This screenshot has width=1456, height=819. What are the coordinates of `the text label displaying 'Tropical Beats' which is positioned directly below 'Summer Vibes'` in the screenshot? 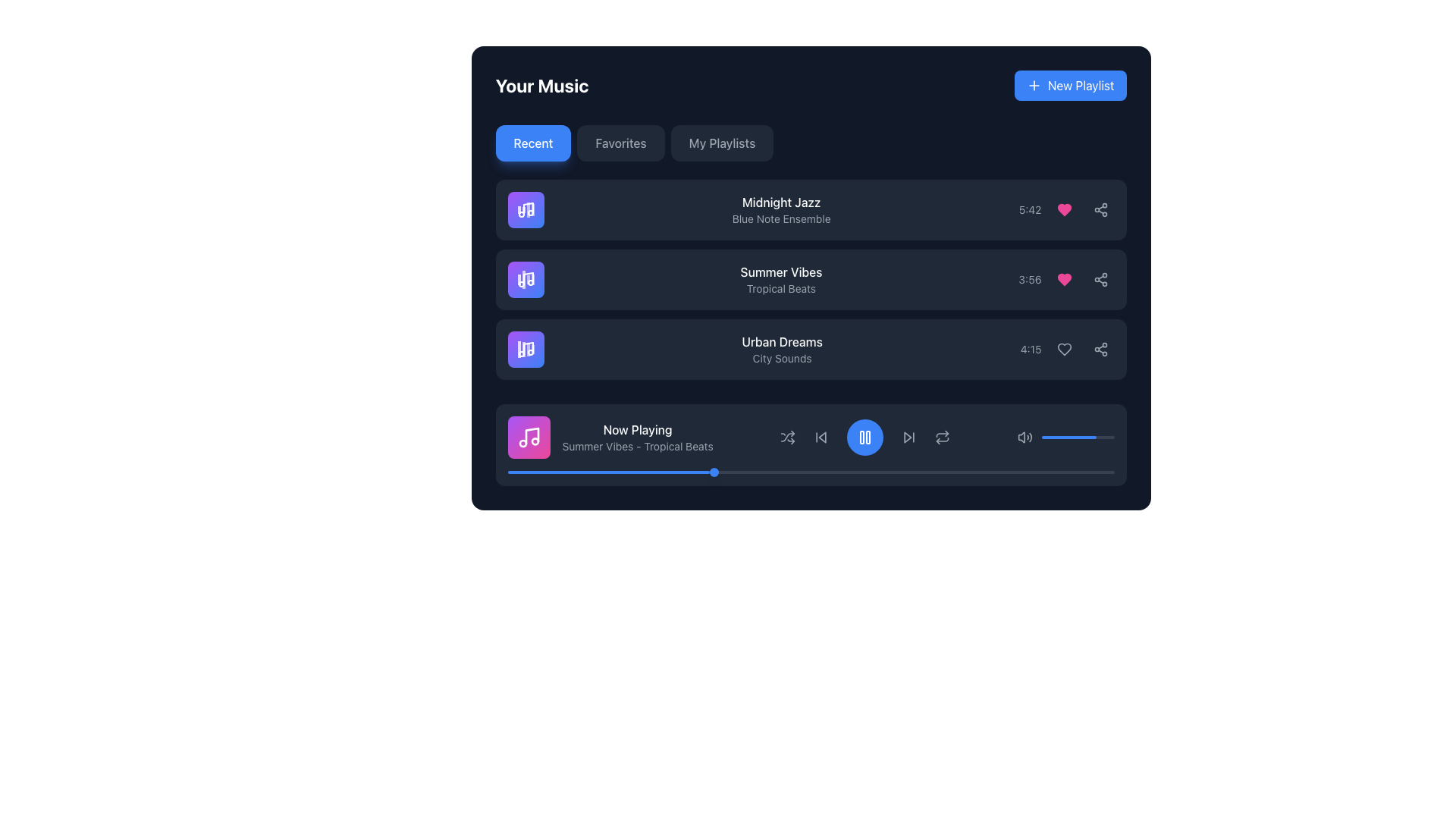 It's located at (781, 289).